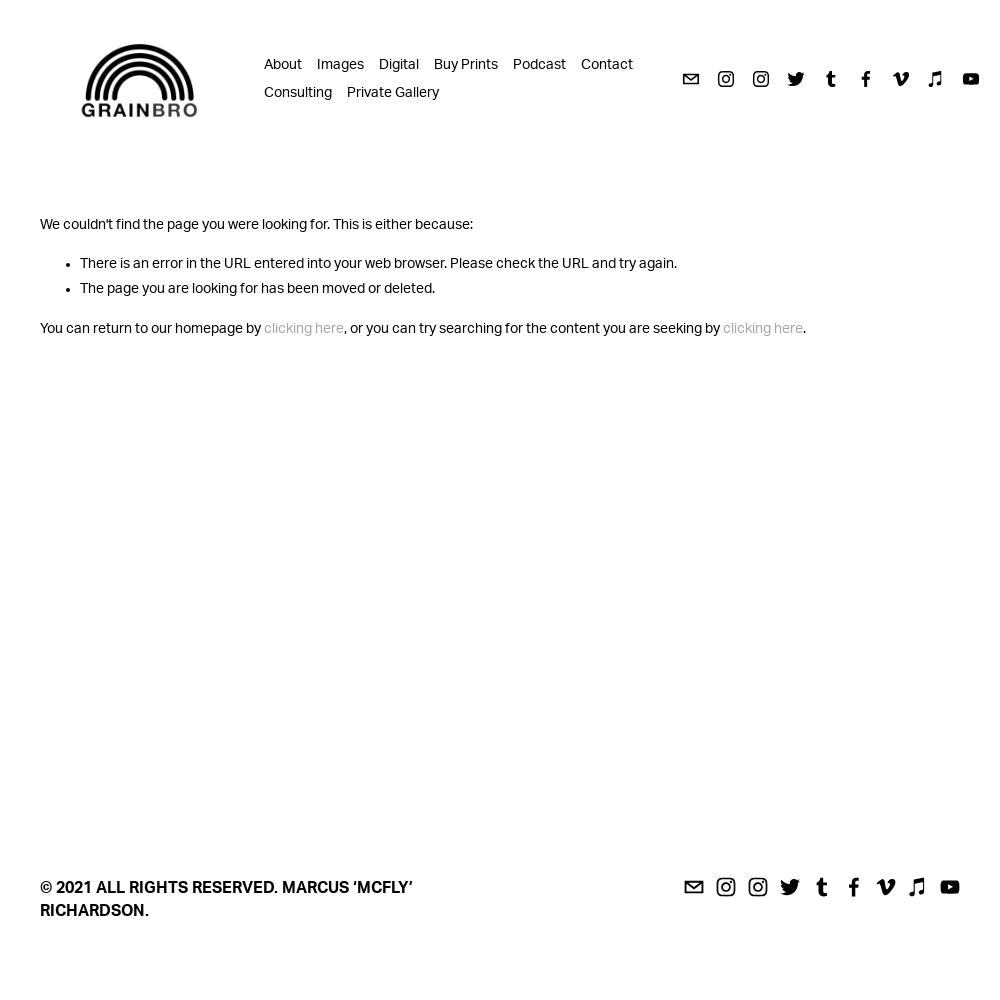 This screenshot has height=1000, width=1000. What do you see at coordinates (378, 264) in the screenshot?
I see `'There is an error in the URL entered into your web browser. Please check the URL and try again.'` at bounding box center [378, 264].